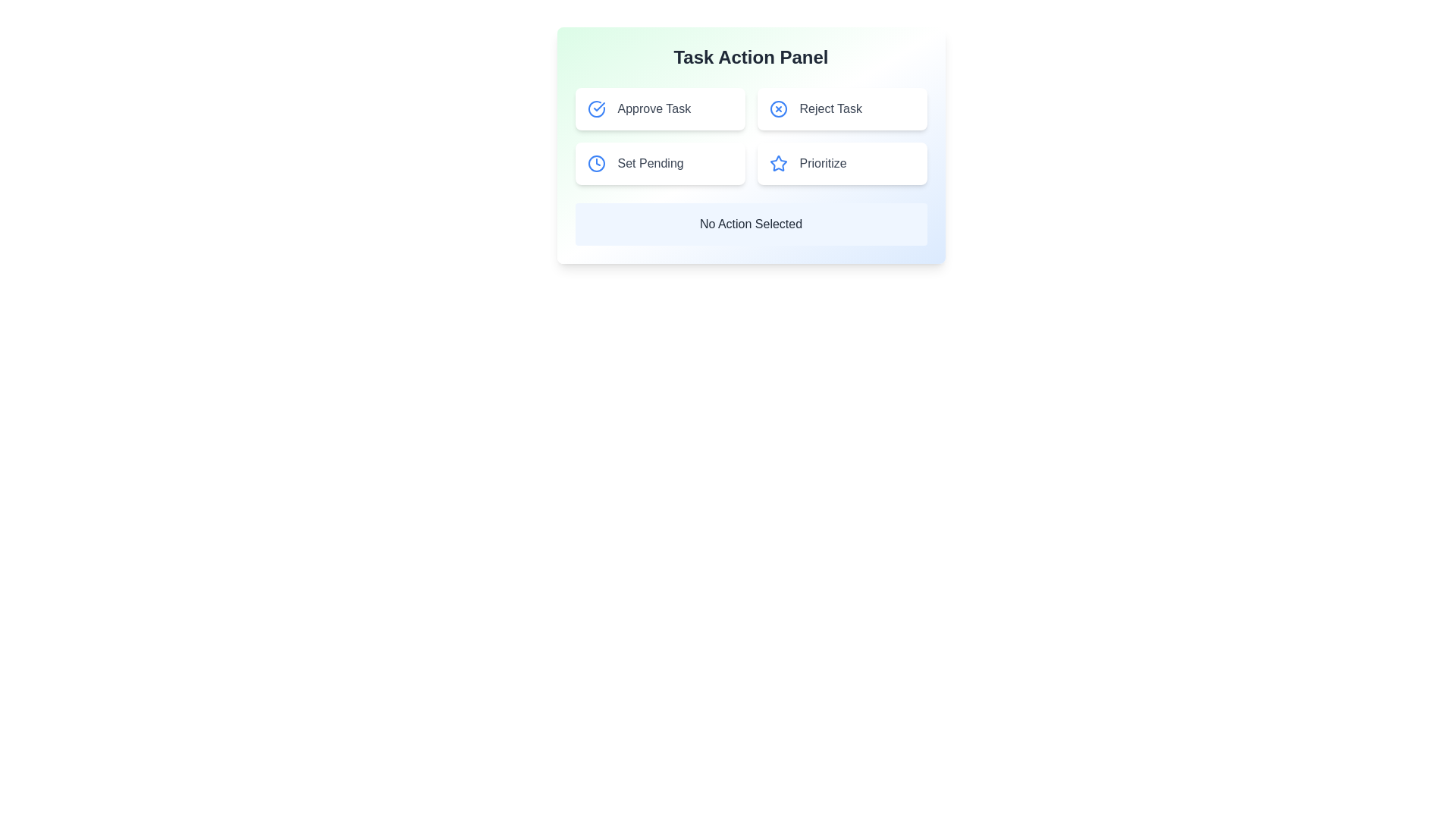 The height and width of the screenshot is (819, 1456). I want to click on the star icon that represents the prioritization feature for tasks, located on the left side of the 'Prioritize' button in the bottom-right part of the action button grid, so click(778, 164).